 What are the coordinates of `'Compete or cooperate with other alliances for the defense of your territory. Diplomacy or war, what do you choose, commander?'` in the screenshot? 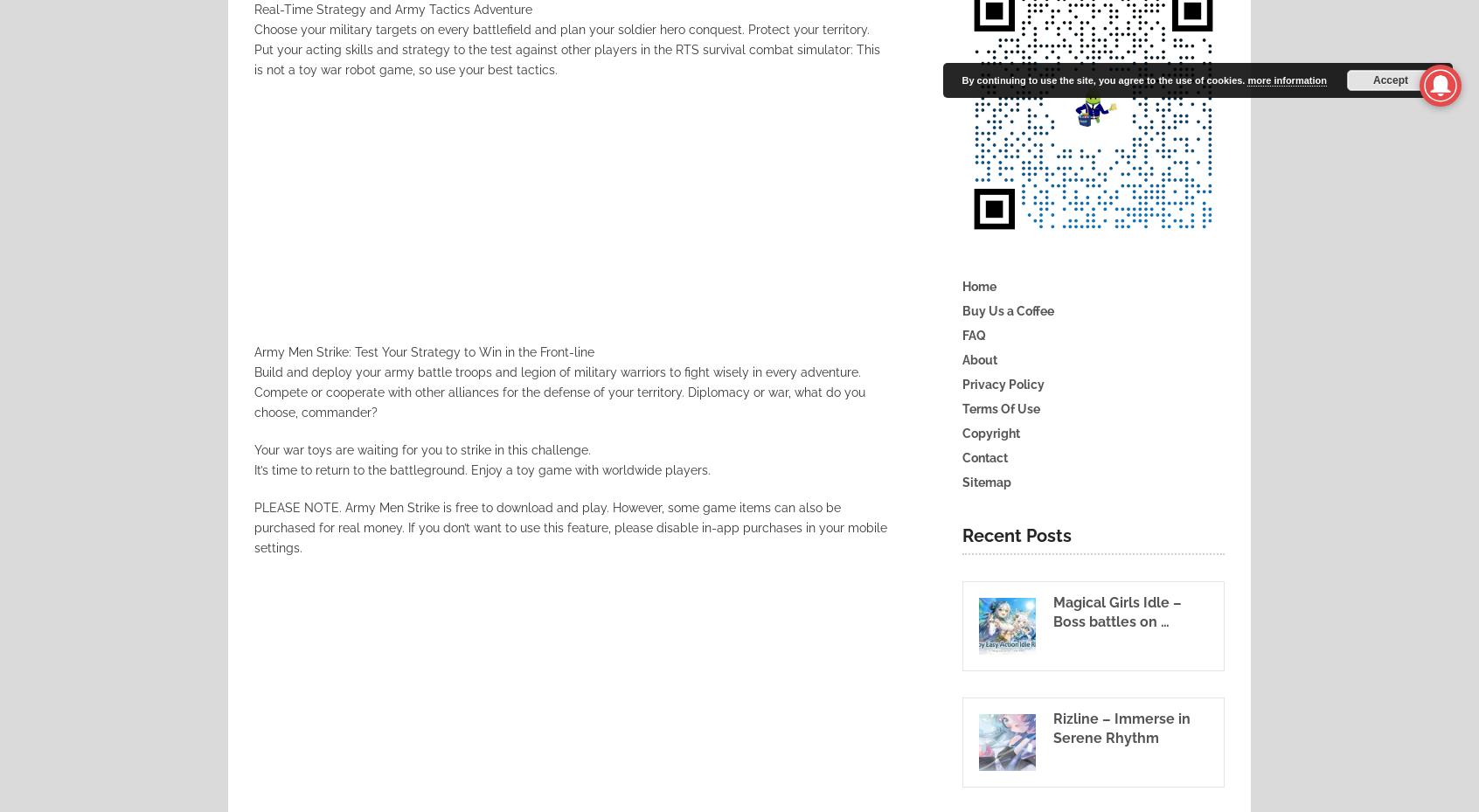 It's located at (559, 400).